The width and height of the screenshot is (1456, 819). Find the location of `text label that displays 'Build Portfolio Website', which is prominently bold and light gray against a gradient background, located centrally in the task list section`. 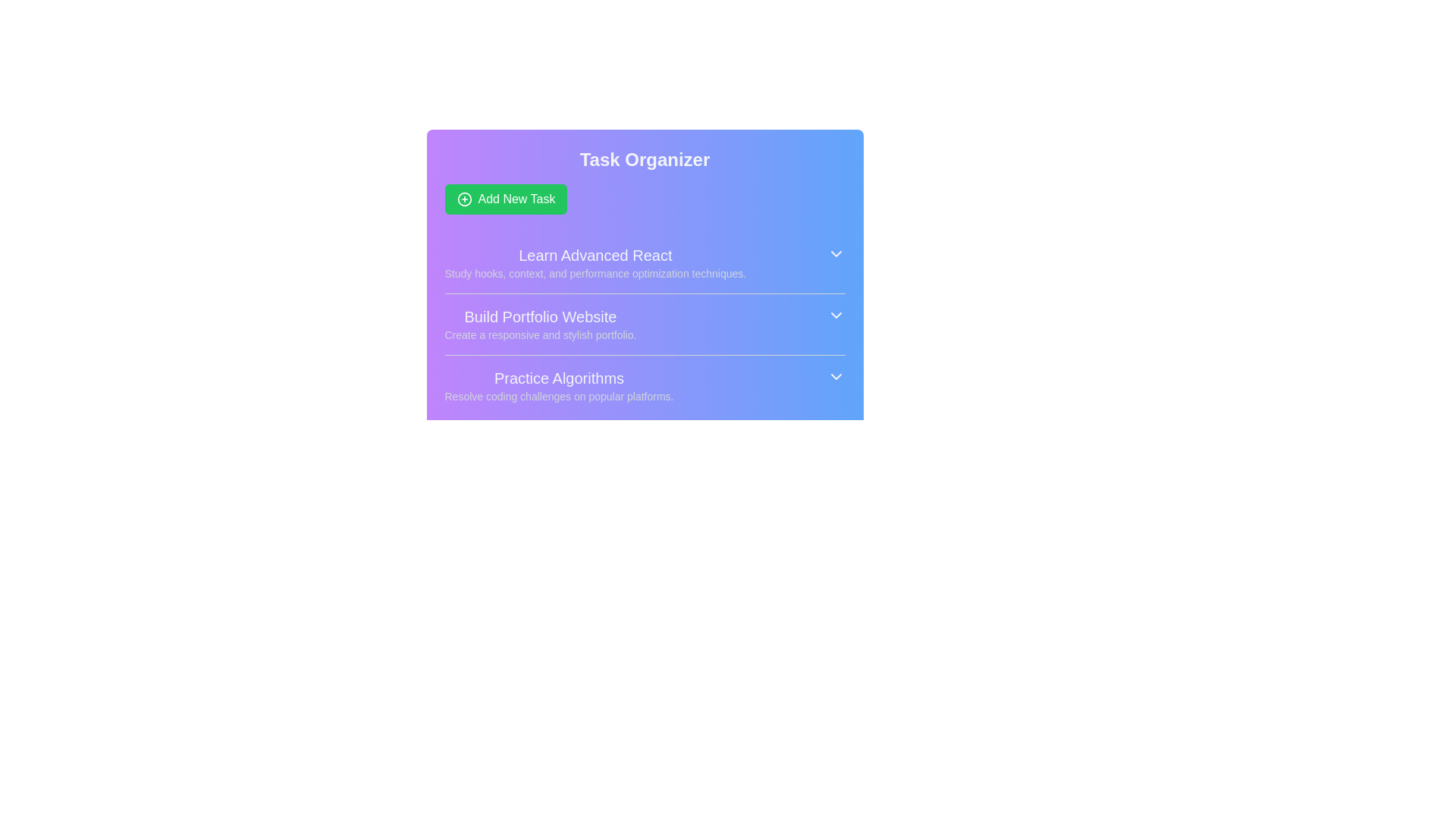

text label that displays 'Build Portfolio Website', which is prominently bold and light gray against a gradient background, located centrally in the task list section is located at coordinates (540, 315).